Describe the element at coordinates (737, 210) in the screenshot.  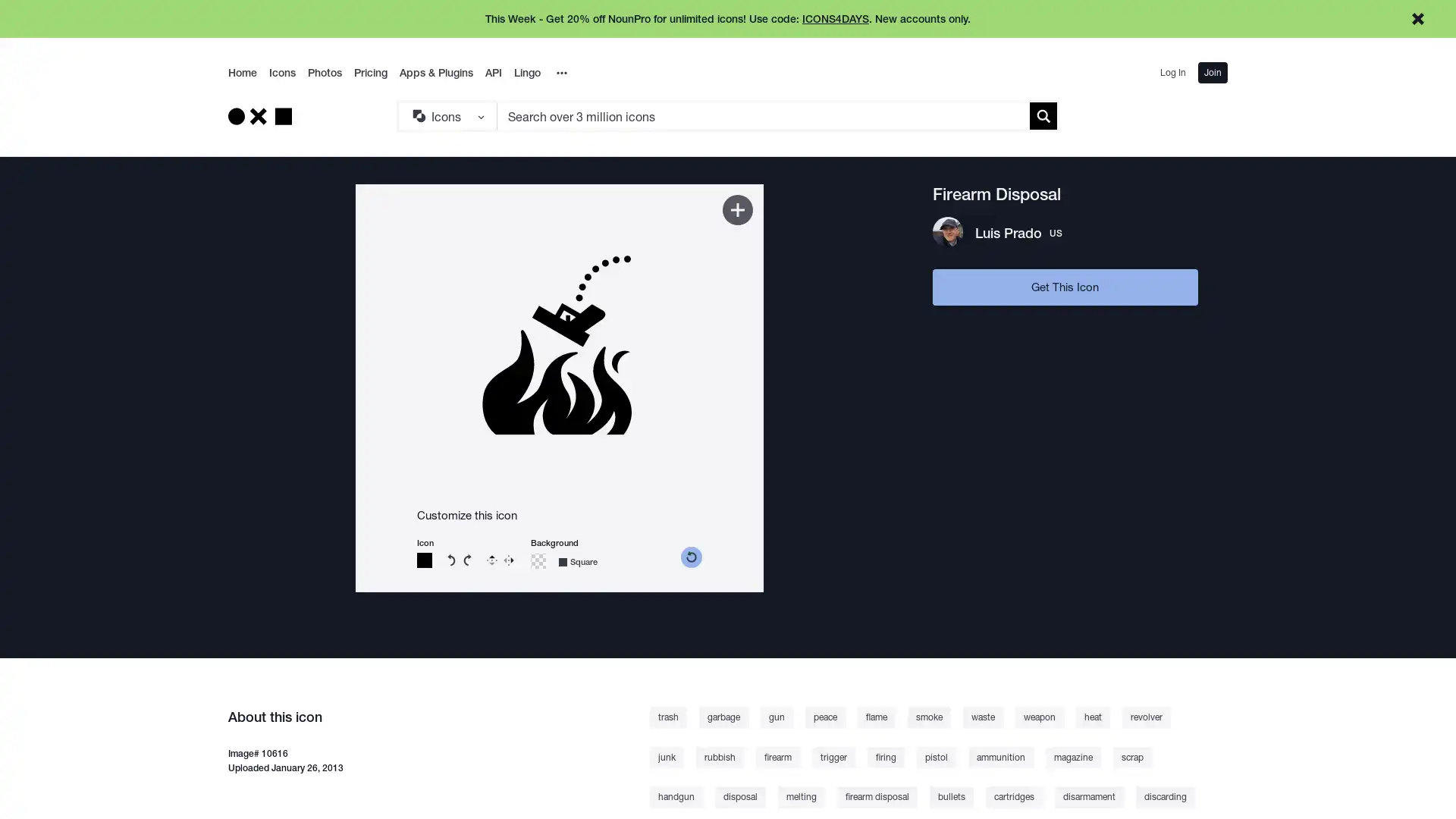
I see `Add to Kit` at that location.